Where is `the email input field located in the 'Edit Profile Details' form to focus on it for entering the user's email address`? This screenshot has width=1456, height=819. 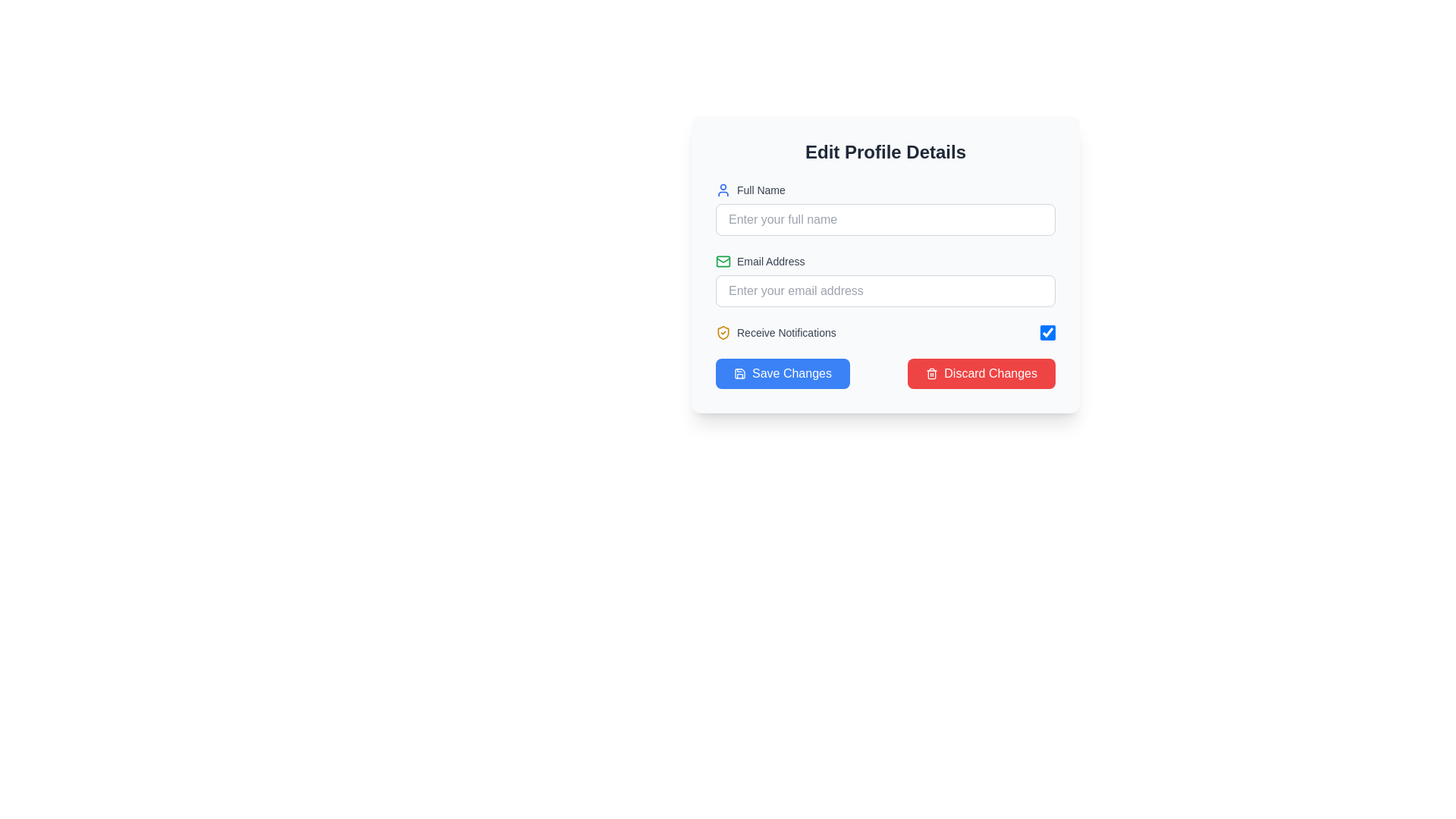
the email input field located in the 'Edit Profile Details' form to focus on it for entering the user's email address is located at coordinates (885, 281).